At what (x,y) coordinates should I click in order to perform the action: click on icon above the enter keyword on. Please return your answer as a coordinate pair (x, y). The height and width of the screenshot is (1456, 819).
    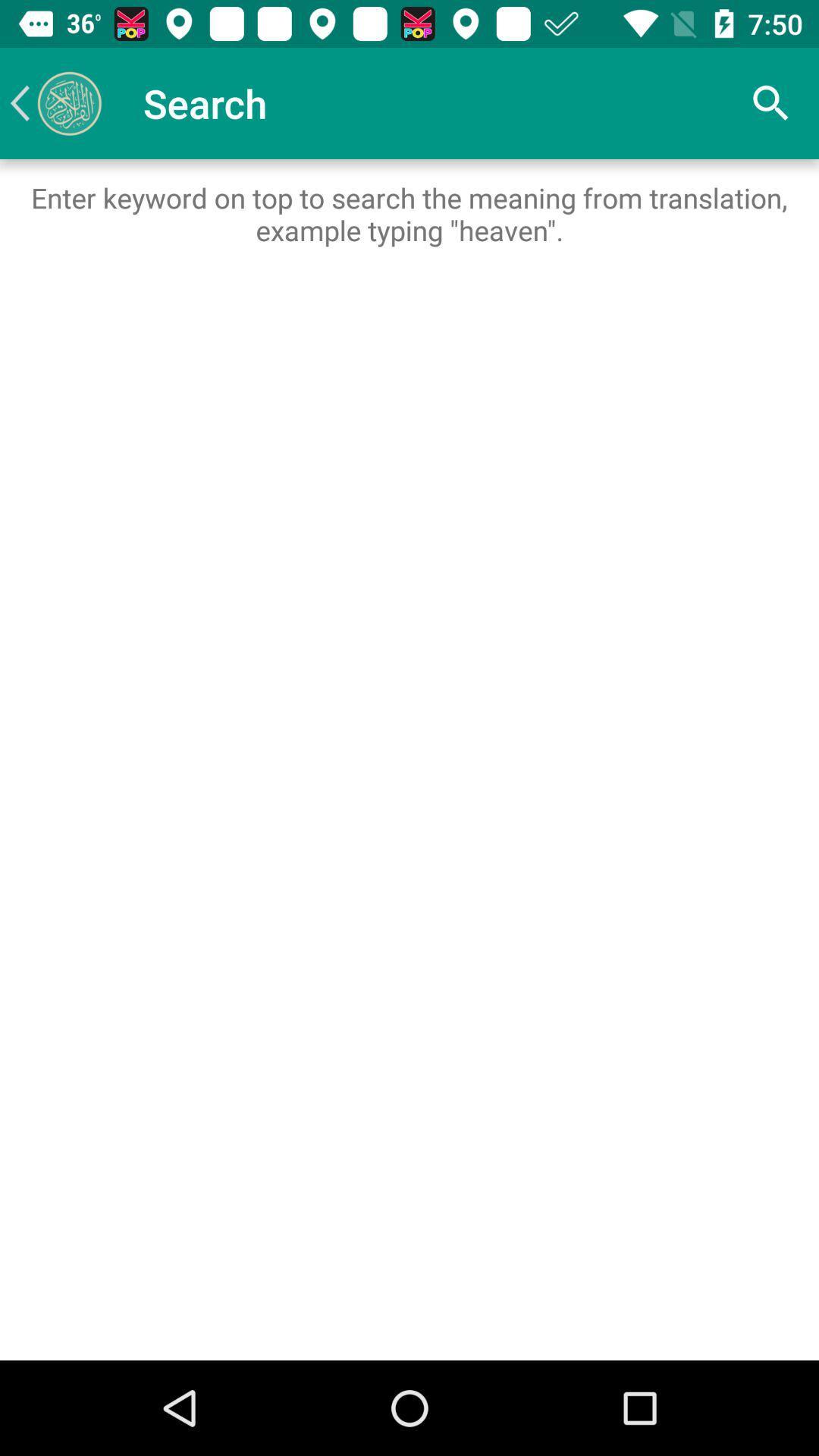
    Looking at the image, I should click on (55, 102).